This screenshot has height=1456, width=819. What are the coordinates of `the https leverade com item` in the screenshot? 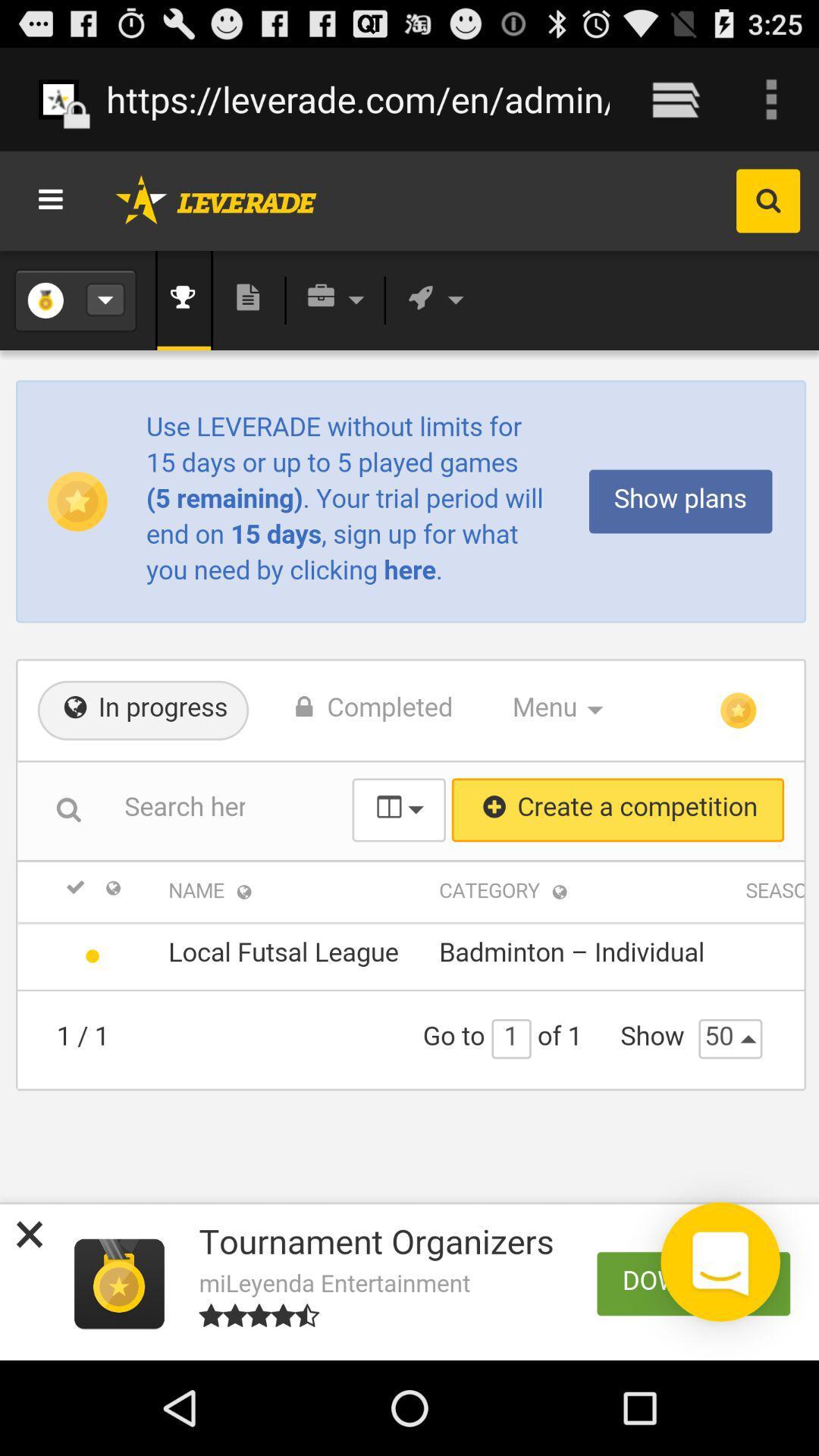 It's located at (358, 99).